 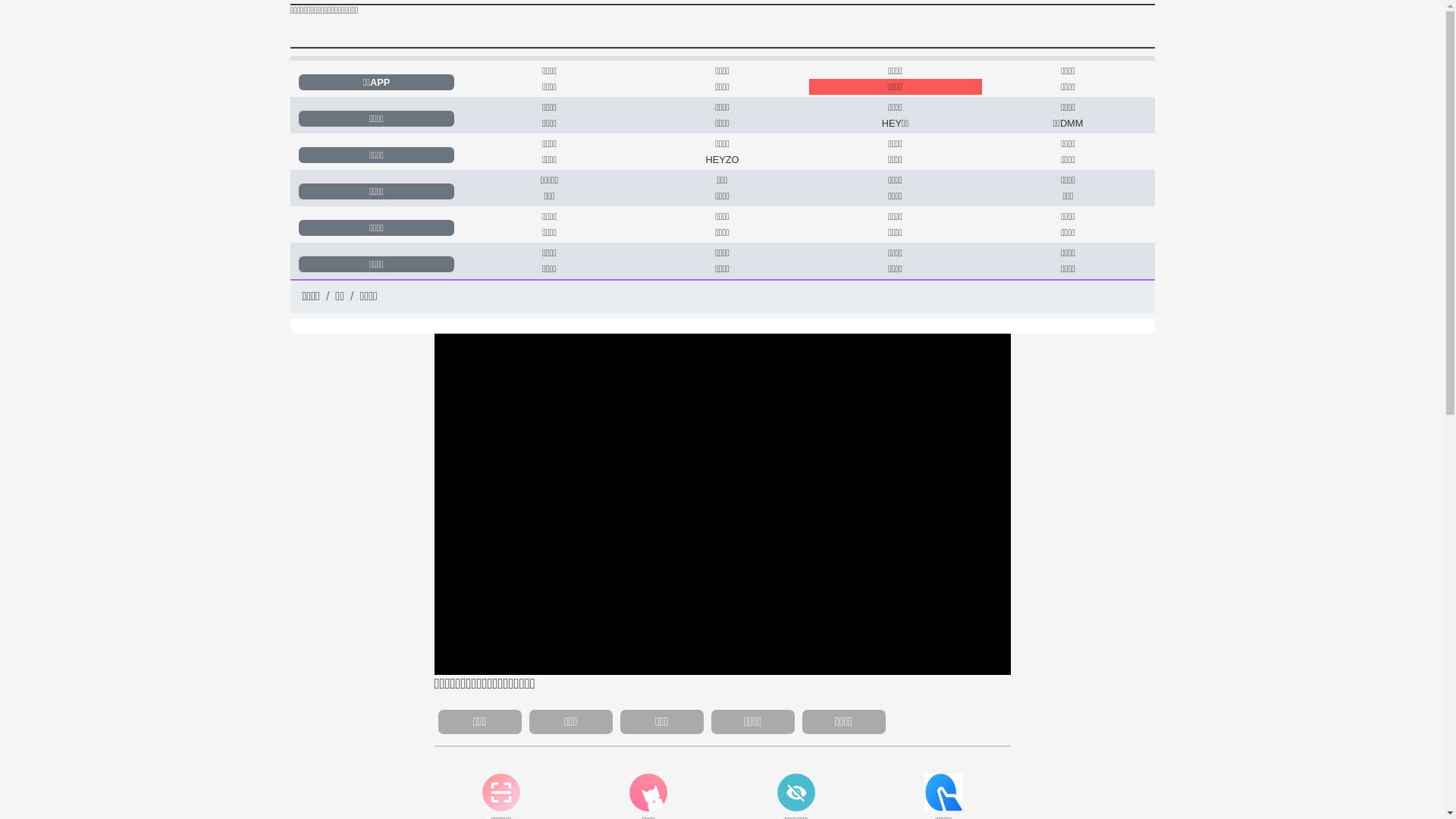 What do you see at coordinates (721, 159) in the screenshot?
I see `'HEYZO'` at bounding box center [721, 159].